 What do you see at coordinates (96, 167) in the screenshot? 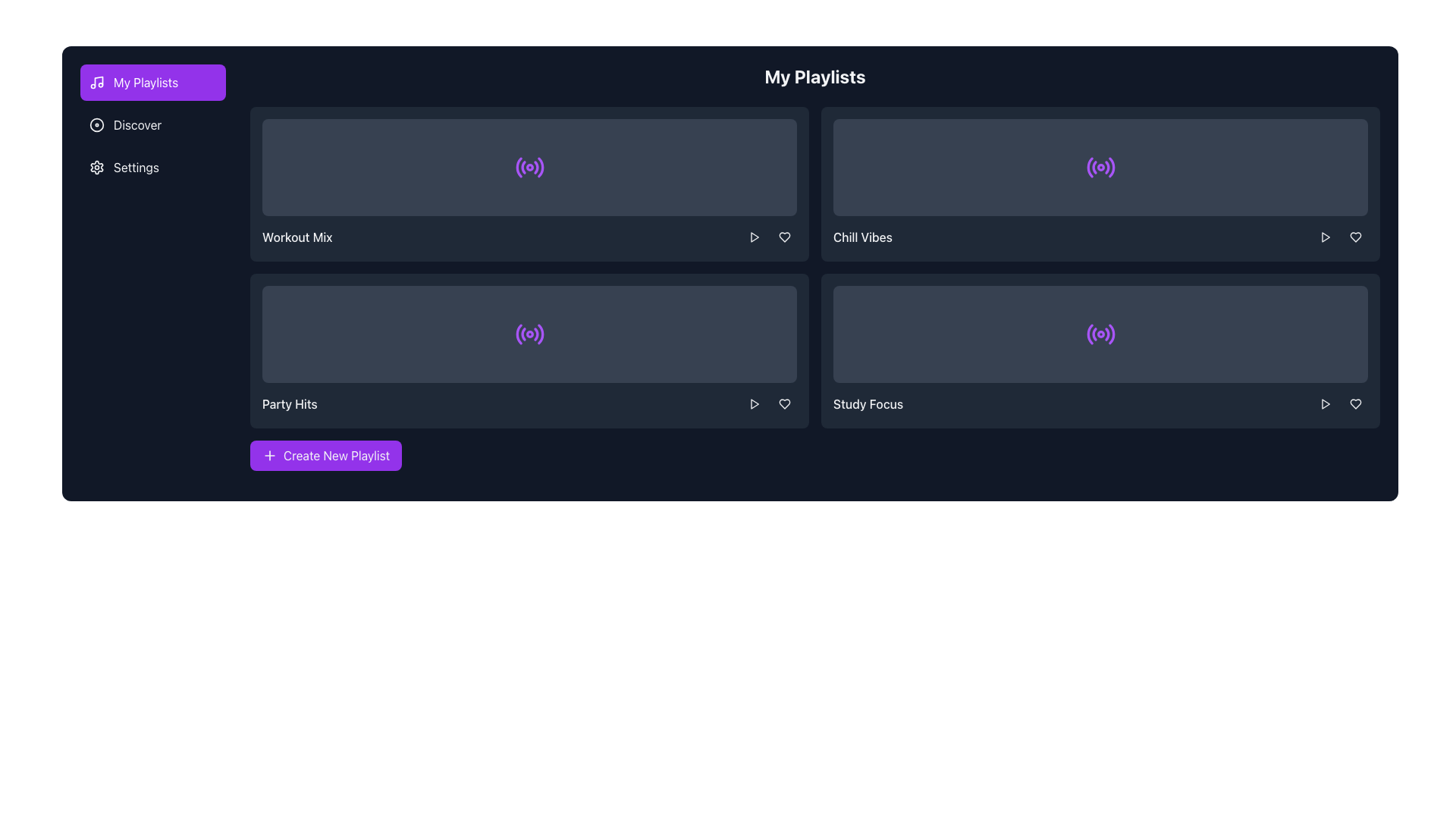
I see `the 'Settings' icon located to the left of the 'Settings' label in the side navigation bar` at bounding box center [96, 167].